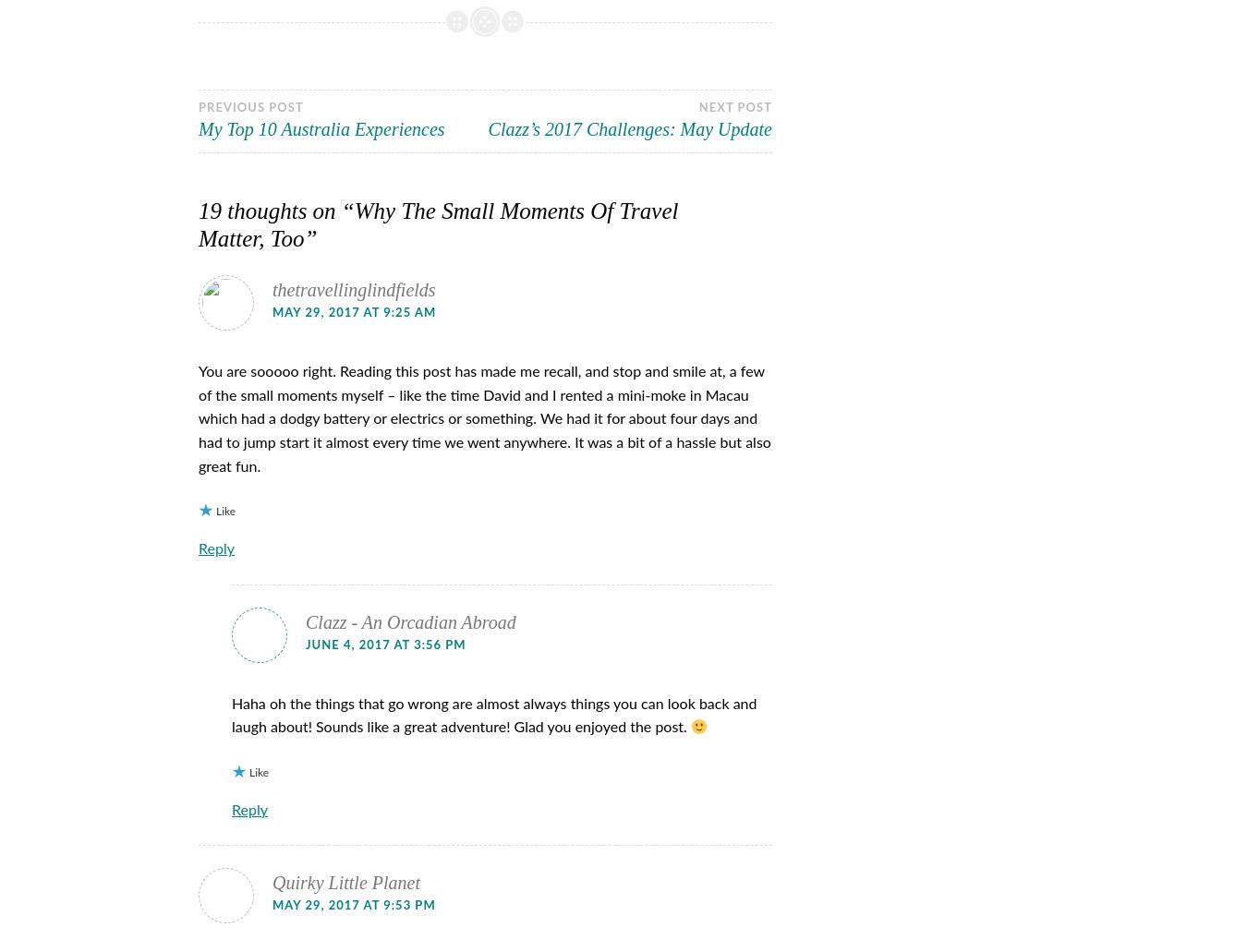 The height and width of the screenshot is (952, 1247). What do you see at coordinates (385, 645) in the screenshot?
I see `'June 4, 2017 at 3:56 pm'` at bounding box center [385, 645].